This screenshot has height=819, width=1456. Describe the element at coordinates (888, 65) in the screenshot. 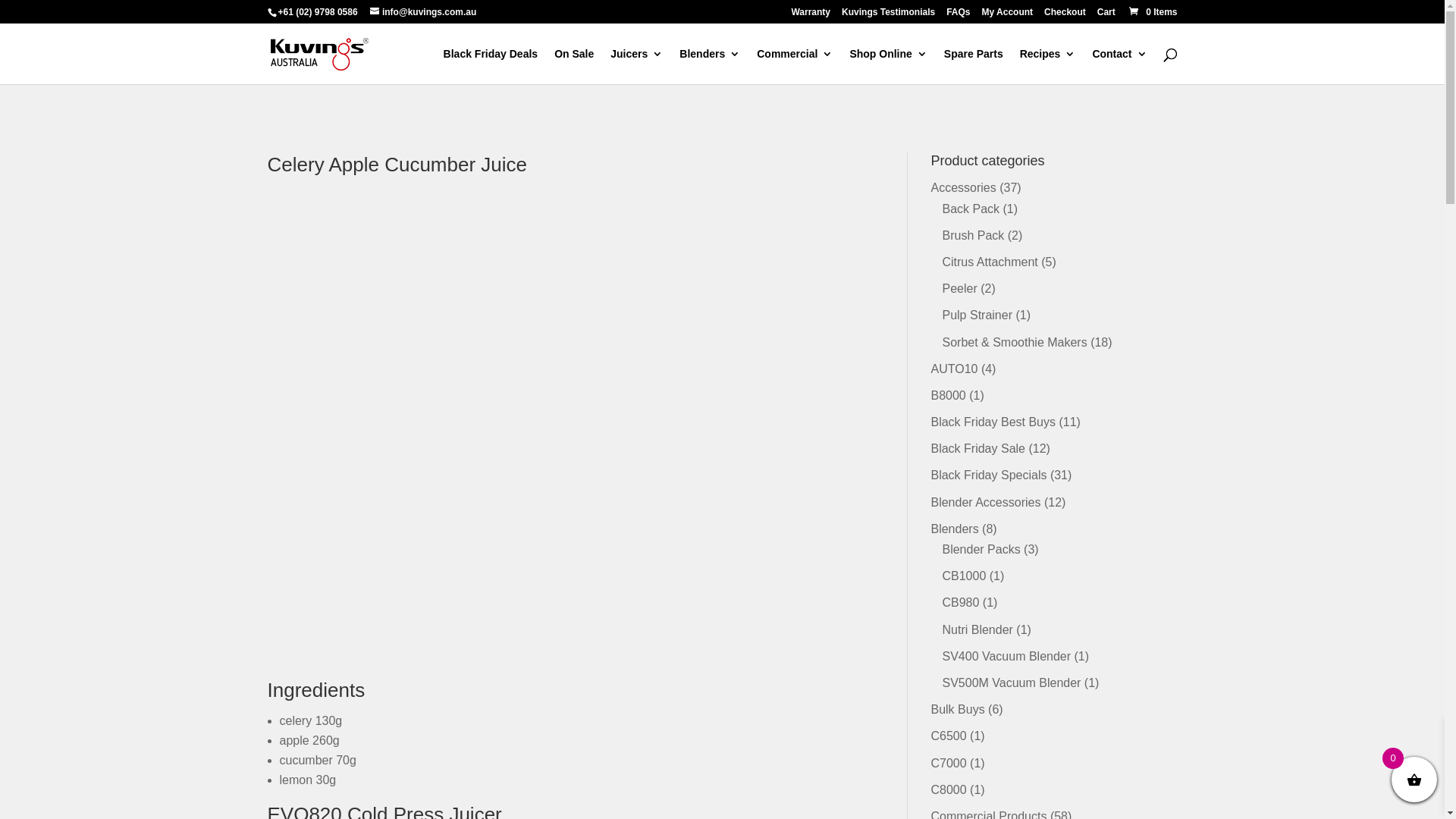

I see `'Shop Online'` at that location.